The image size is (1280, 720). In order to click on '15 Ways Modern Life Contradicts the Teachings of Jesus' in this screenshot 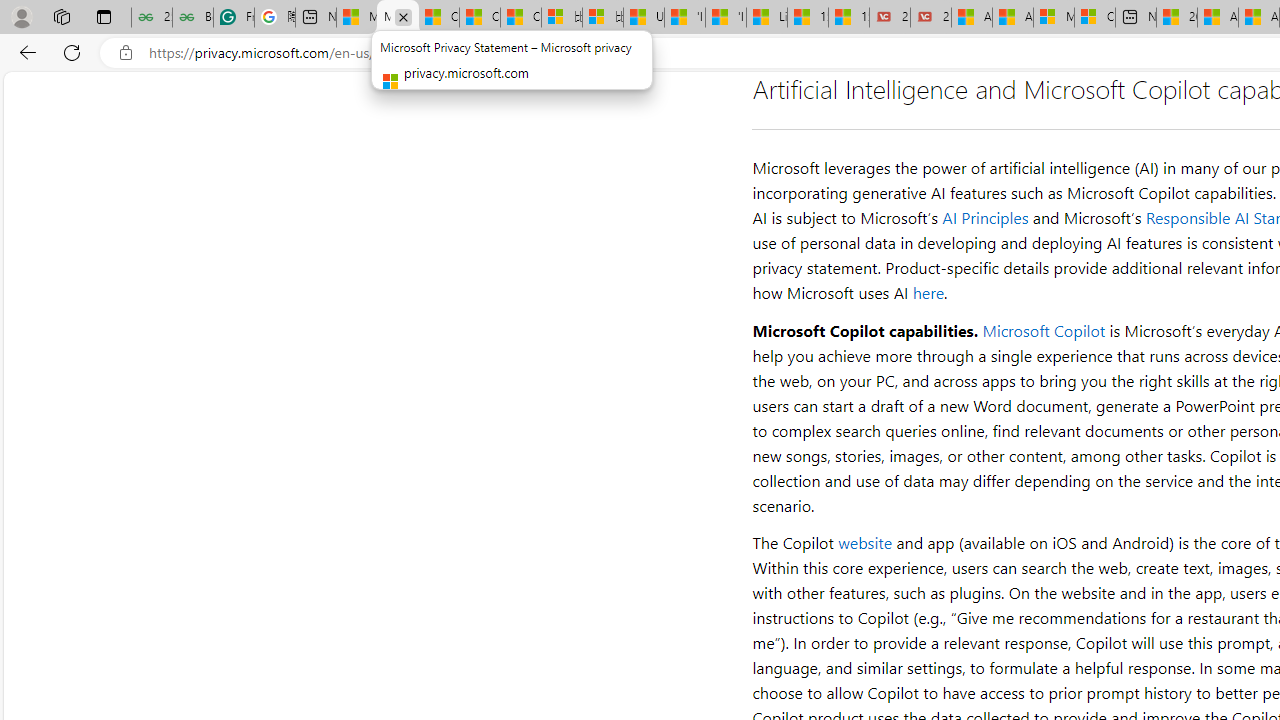, I will do `click(849, 17)`.